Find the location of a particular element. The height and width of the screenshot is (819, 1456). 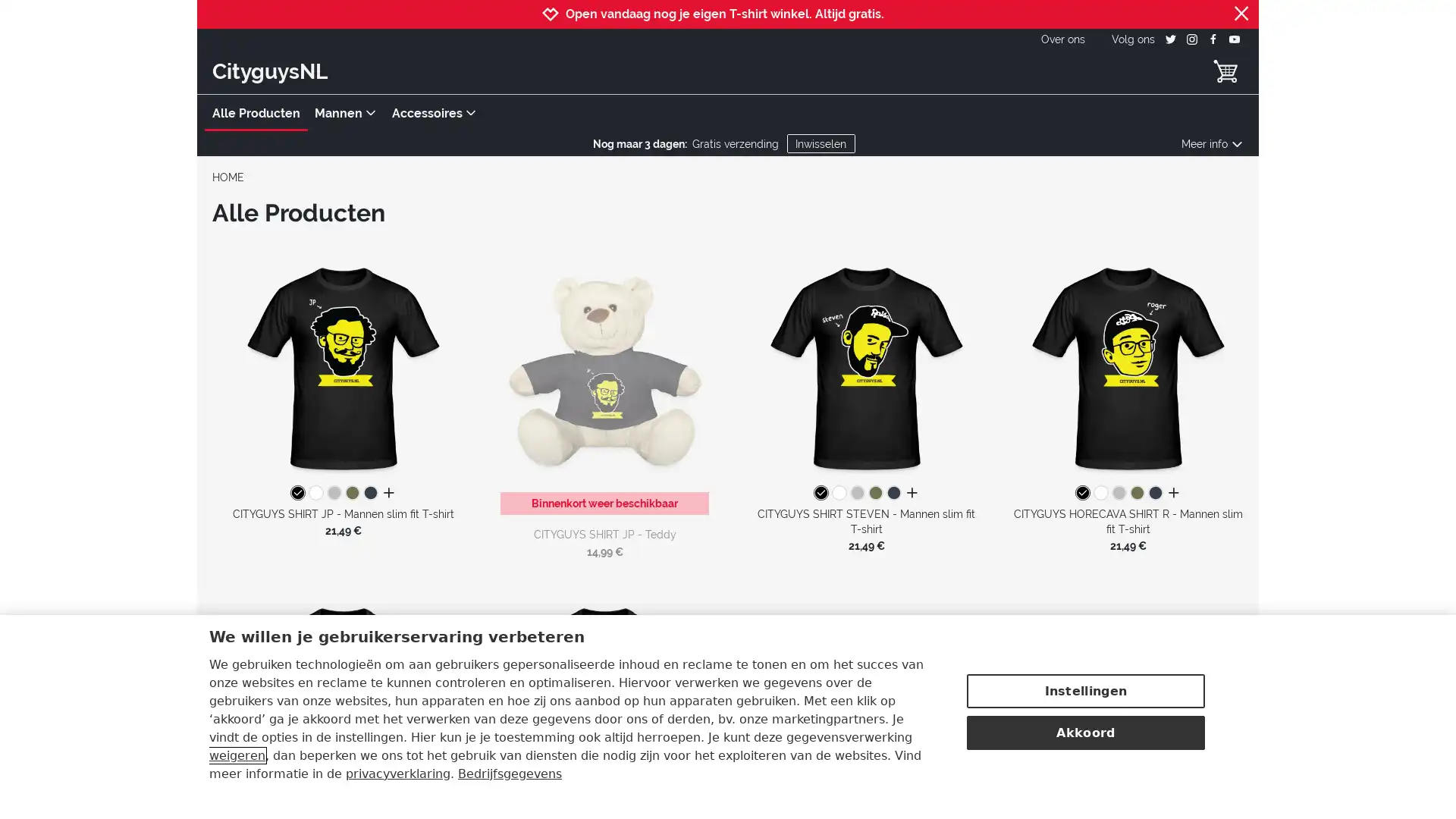

grijs gemeleerd is located at coordinates (333, 494).